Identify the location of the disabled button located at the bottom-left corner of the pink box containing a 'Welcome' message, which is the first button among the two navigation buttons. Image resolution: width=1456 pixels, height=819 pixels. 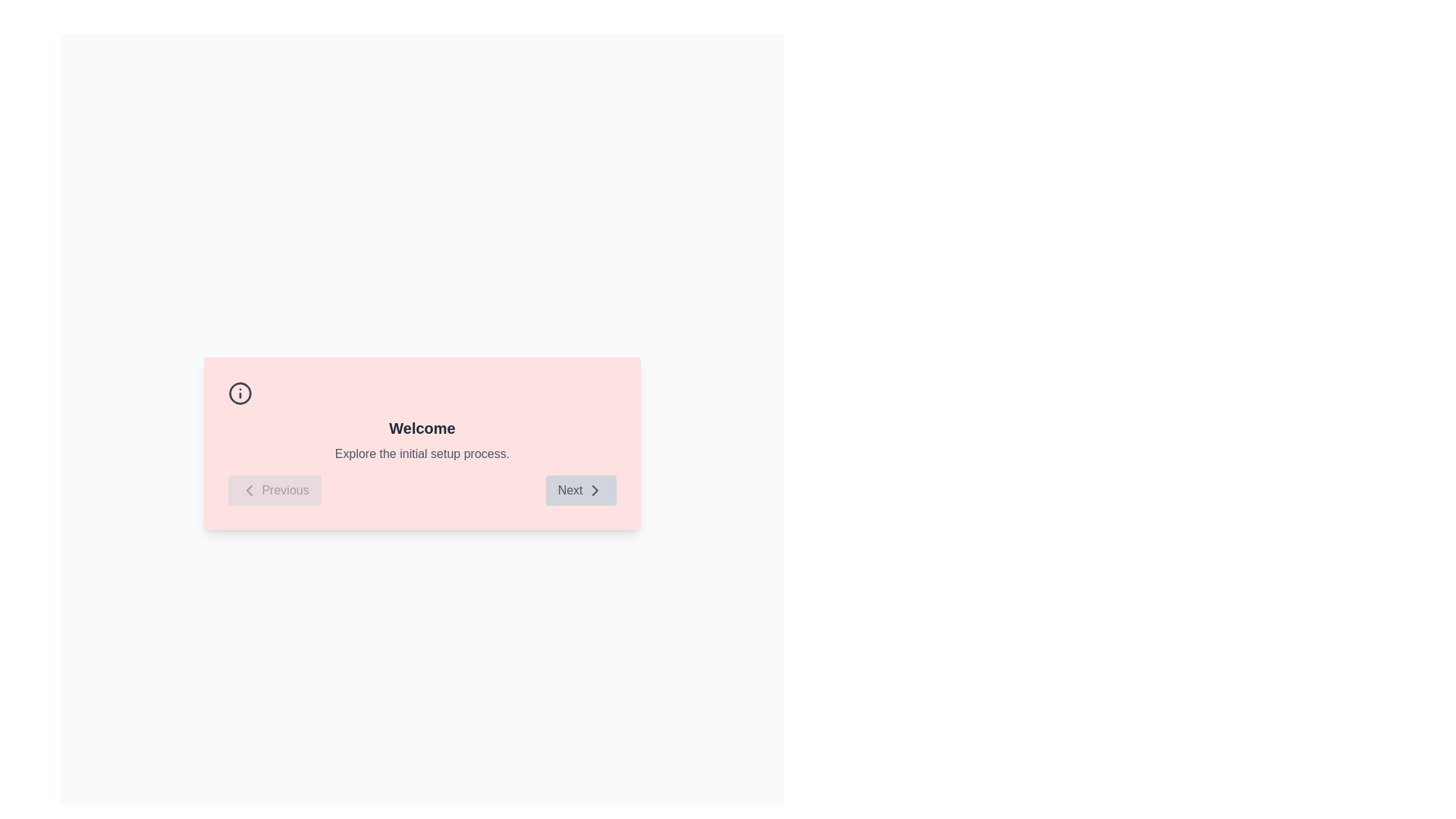
(275, 491).